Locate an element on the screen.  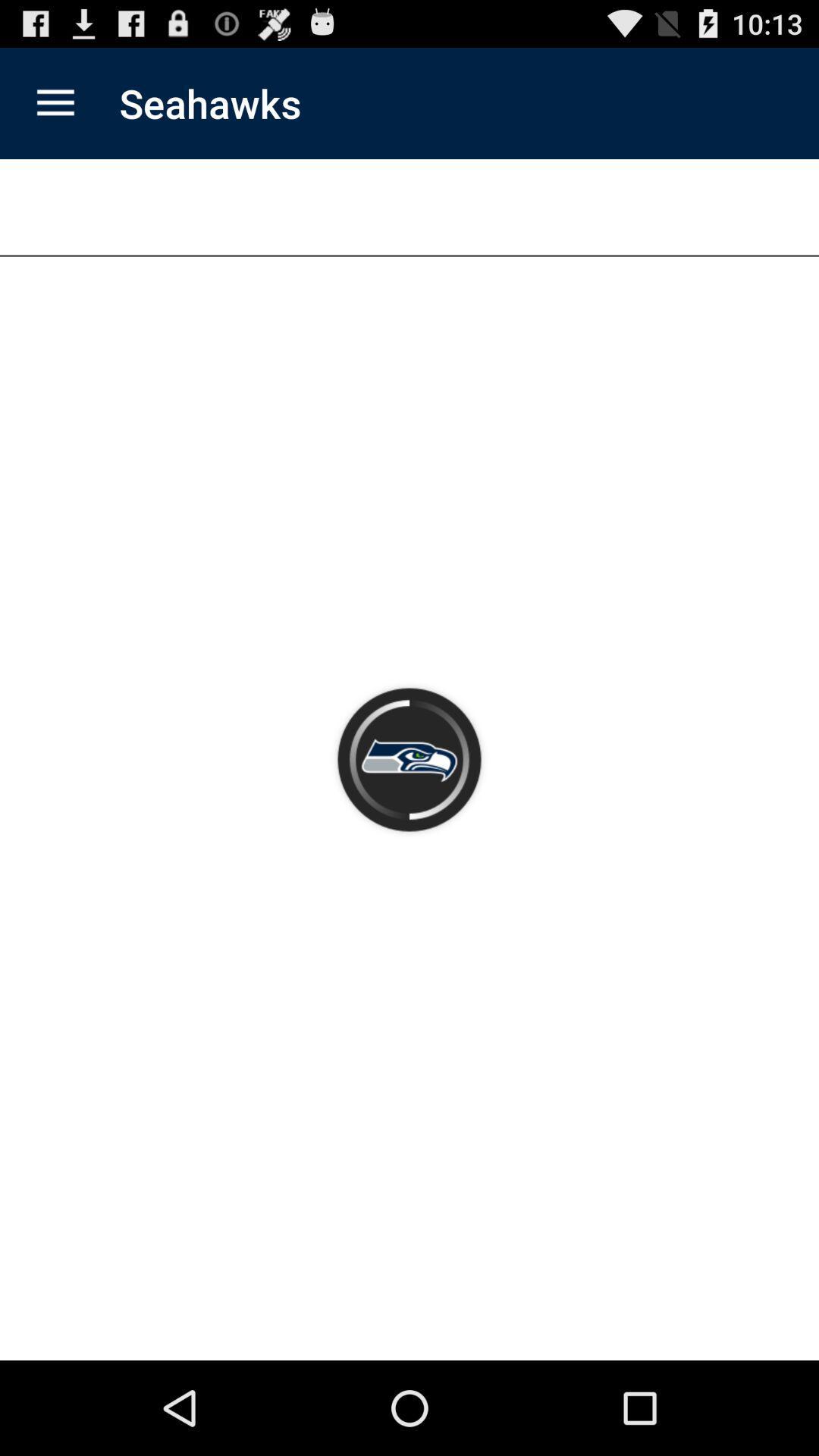
the icon to the left of the seahawks is located at coordinates (55, 102).